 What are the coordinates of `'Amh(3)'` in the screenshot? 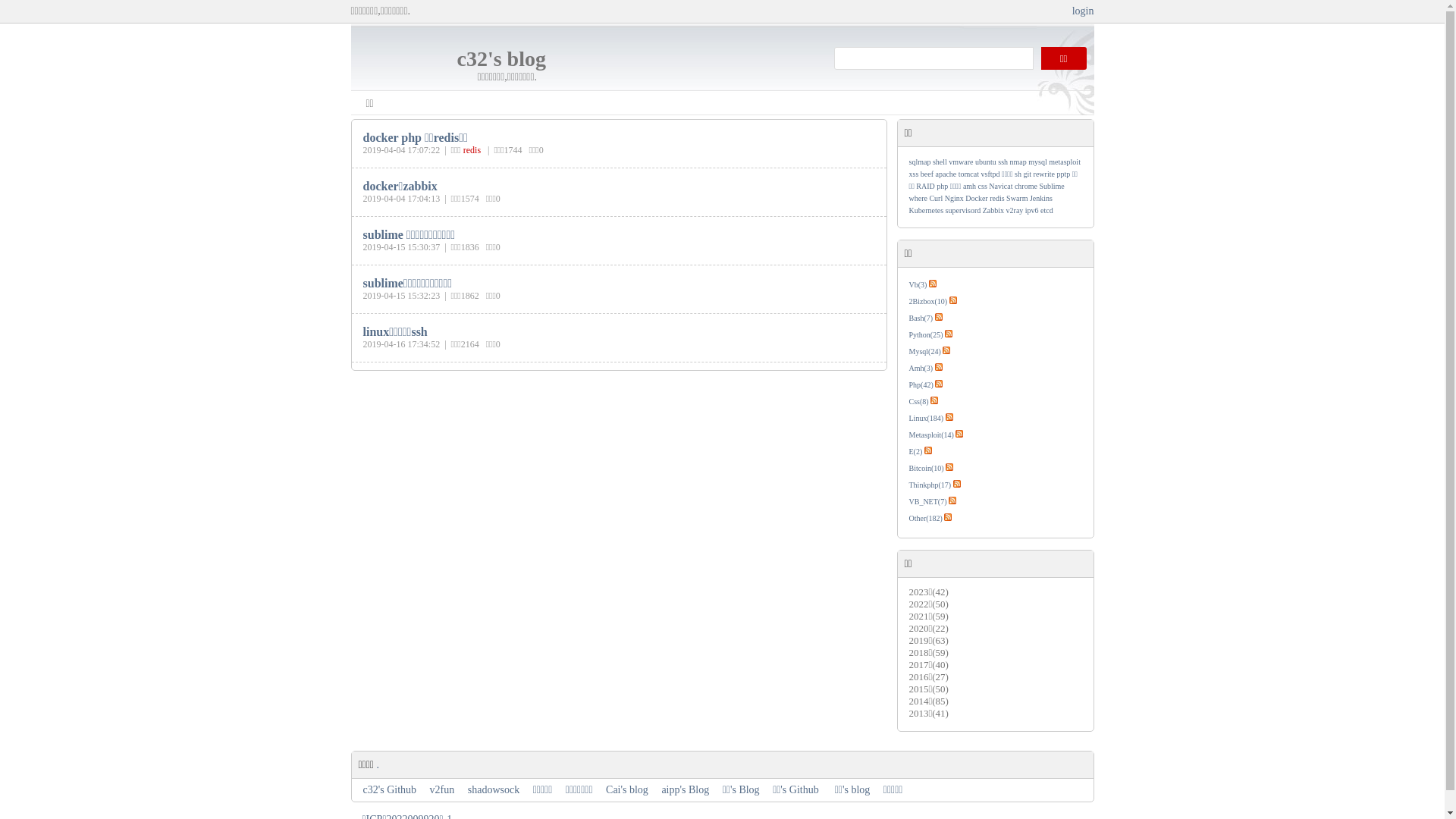 It's located at (908, 368).